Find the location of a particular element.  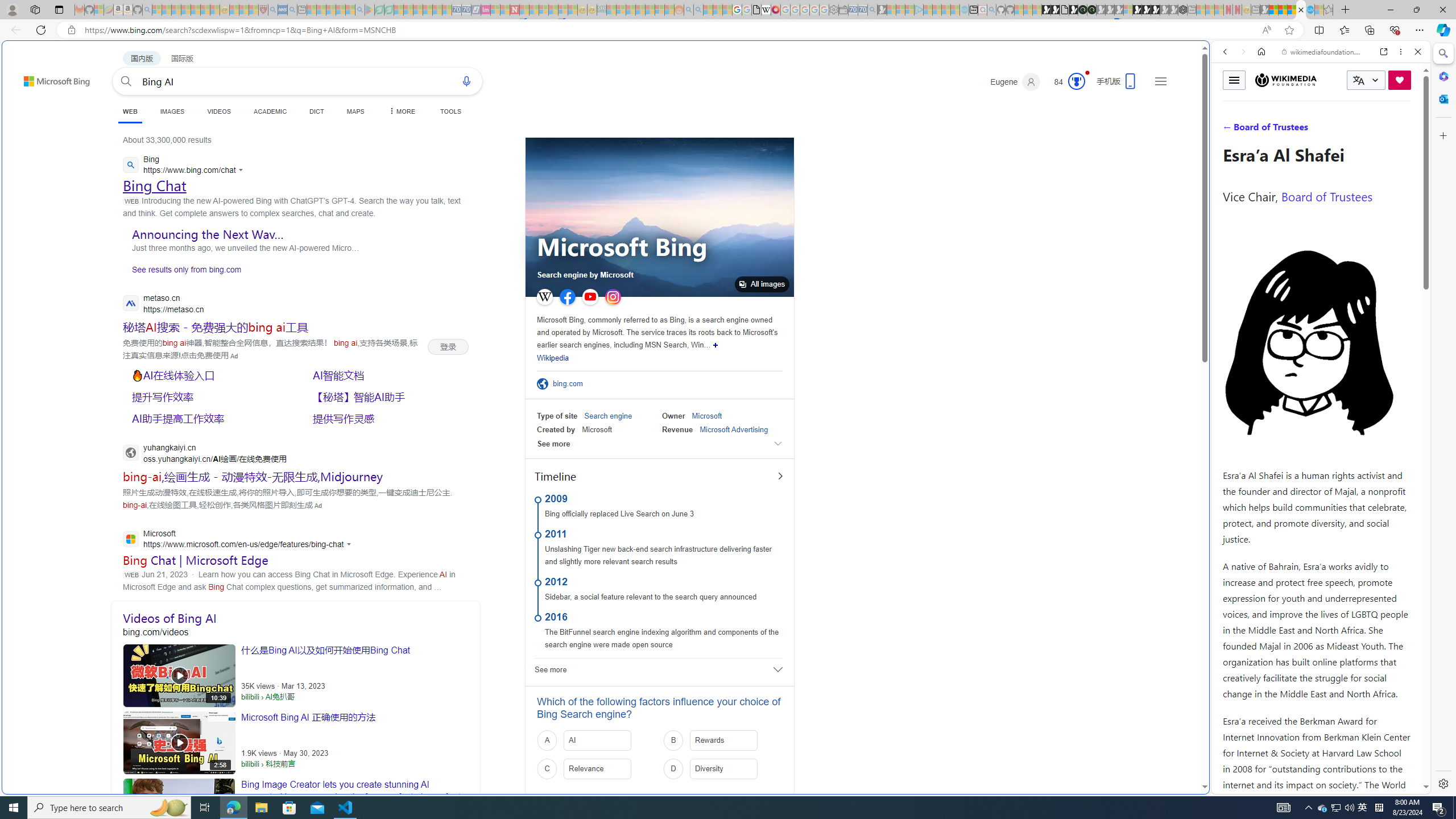

'Terms of Use Agreement - Sleeping' is located at coordinates (378, 9).